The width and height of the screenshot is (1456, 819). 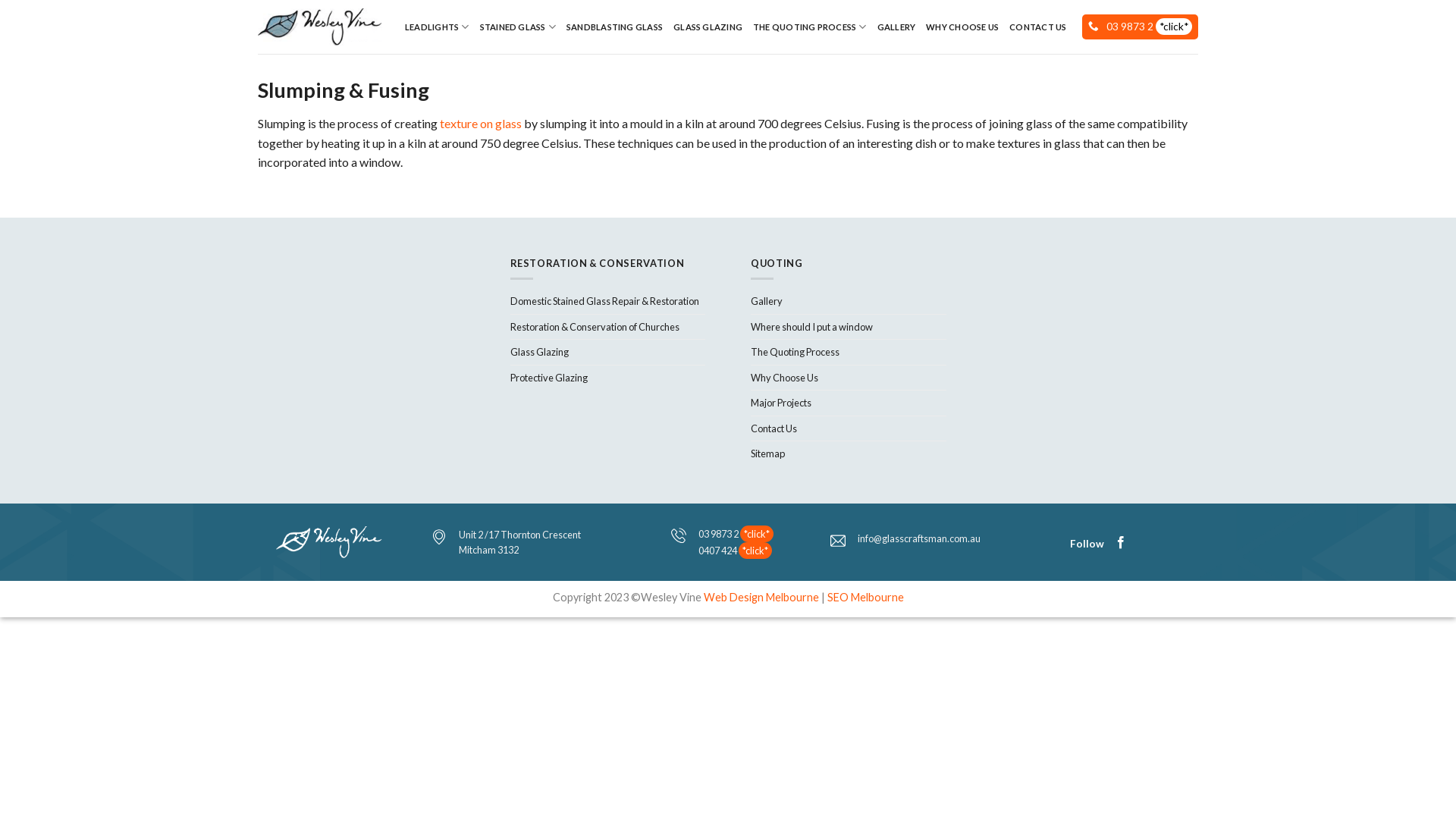 What do you see at coordinates (761, 596) in the screenshot?
I see `'Web Design Melbourne'` at bounding box center [761, 596].